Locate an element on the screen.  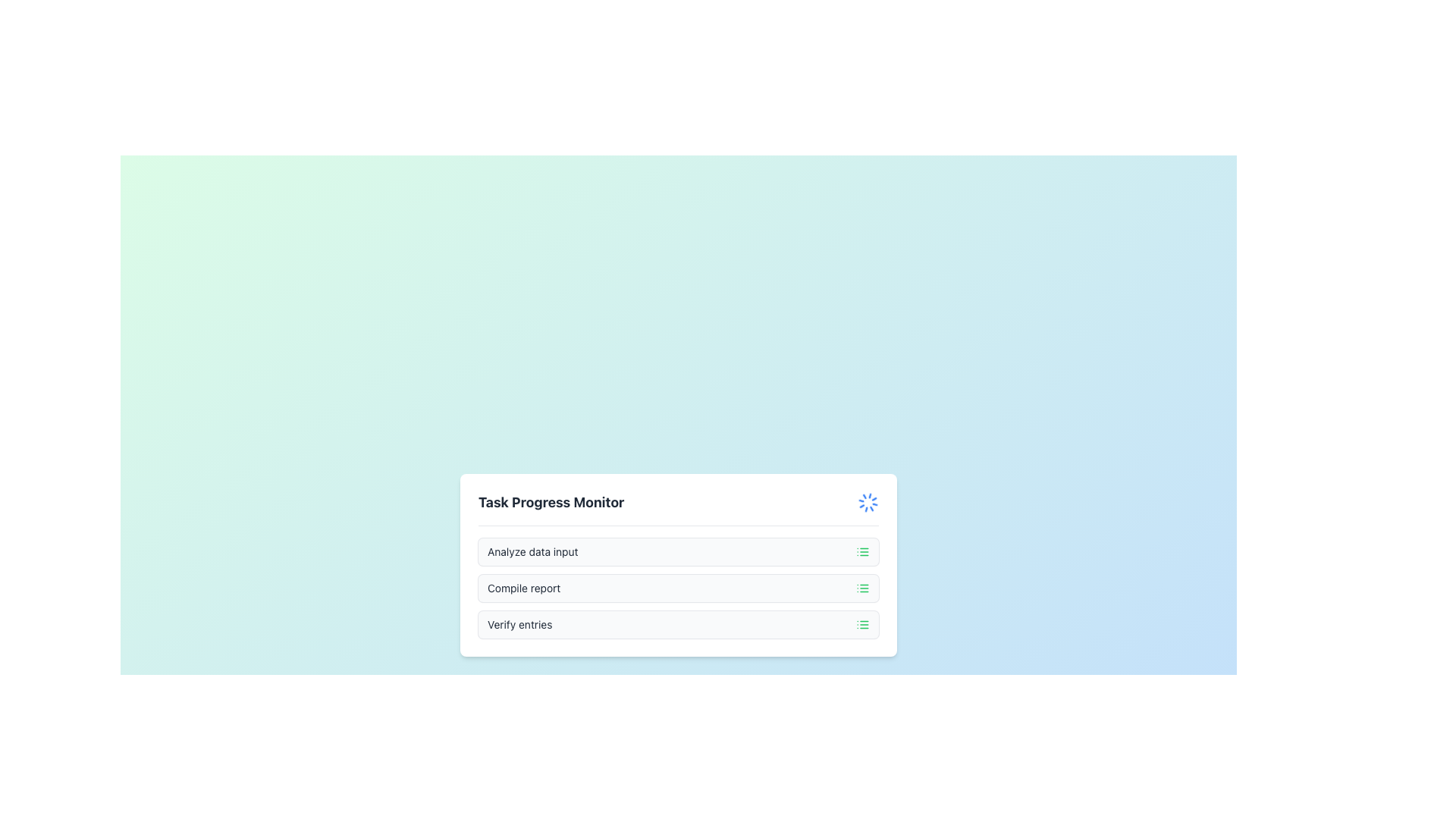
the 'Compile report' text label in the 'Task Progress Monitor' section, which is the middle entry of a three-item task list is located at coordinates (524, 587).